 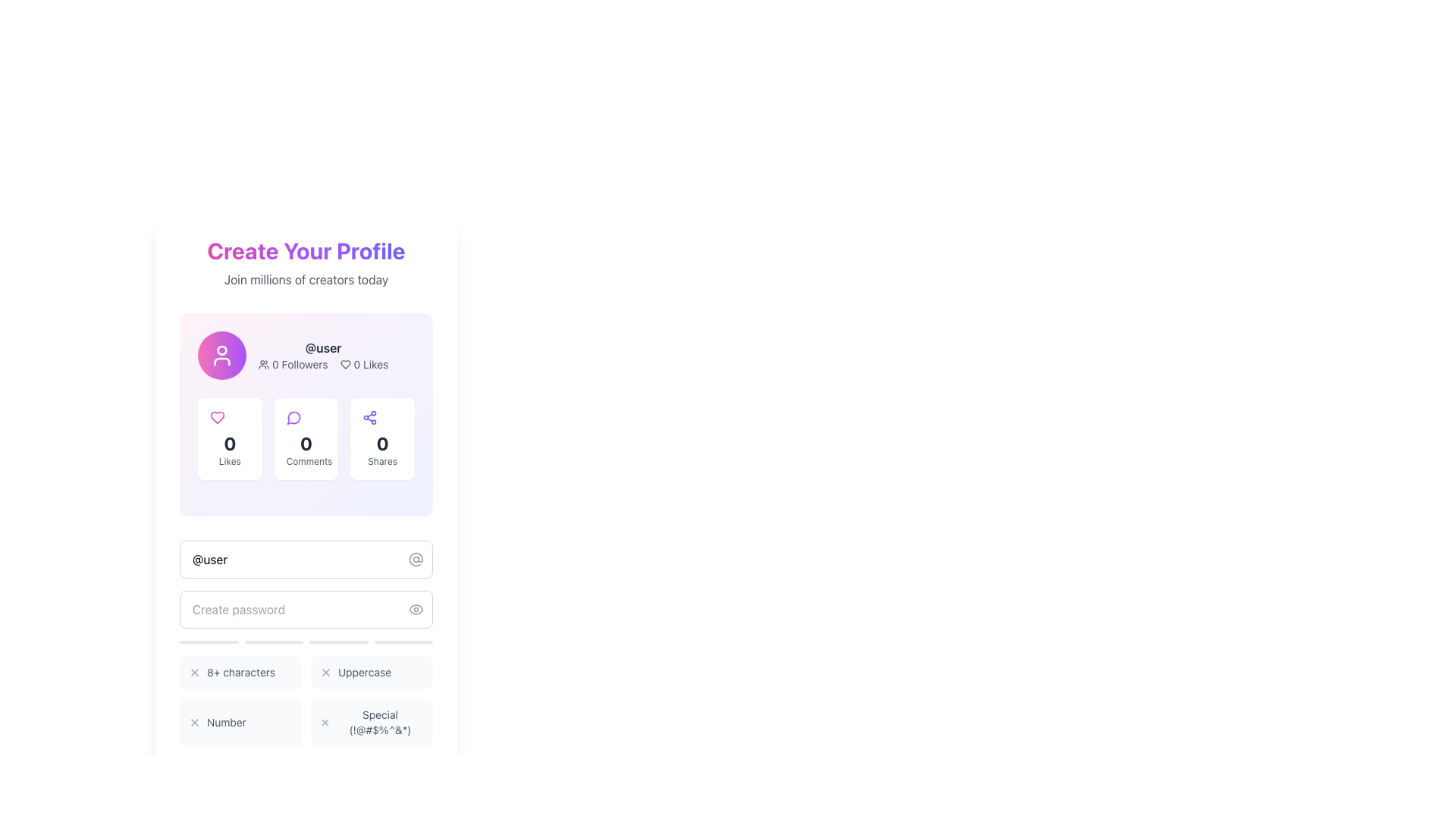 I want to click on the eye icon, which is a minimalist line-stroke design located near the middle-right region of the form, directly above the password input field, so click(x=416, y=608).